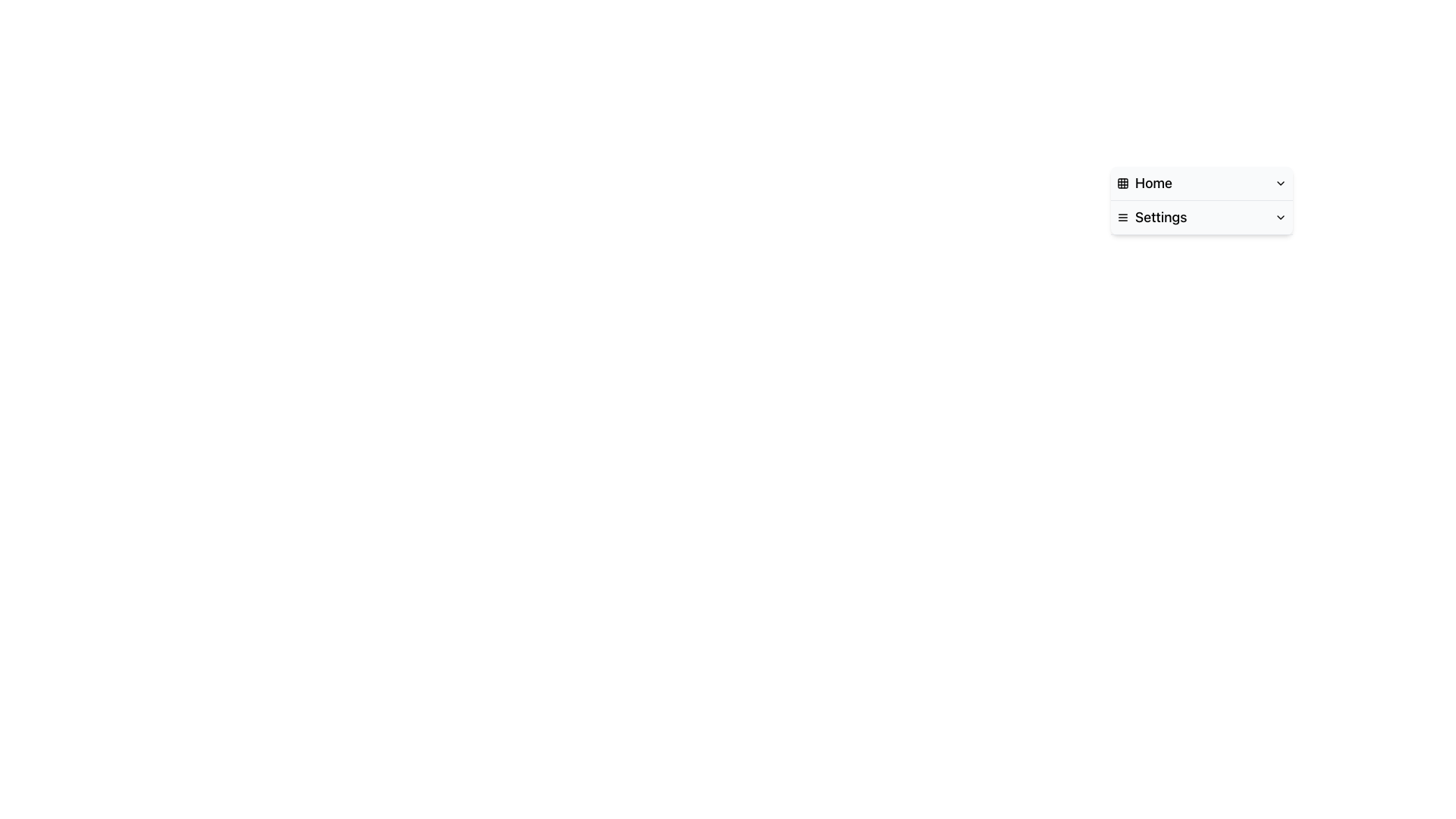 Image resolution: width=1456 pixels, height=819 pixels. What do you see at coordinates (1280, 183) in the screenshot?
I see `the downward-pointing chevron icon with a black outline located next to the 'Home' text for a tooltip or highlight effect` at bounding box center [1280, 183].